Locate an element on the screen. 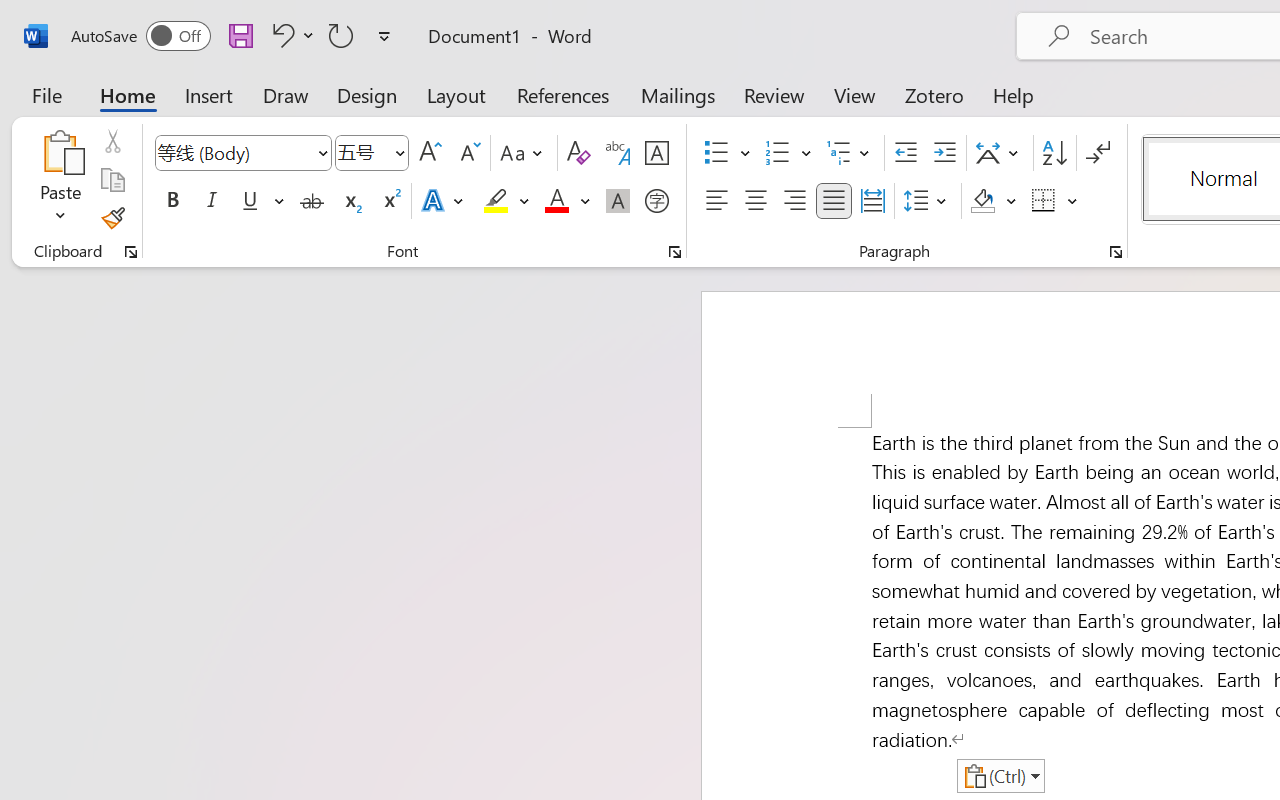 The image size is (1280, 800). 'Undo Paste Text Only' is located at coordinates (279, 34).